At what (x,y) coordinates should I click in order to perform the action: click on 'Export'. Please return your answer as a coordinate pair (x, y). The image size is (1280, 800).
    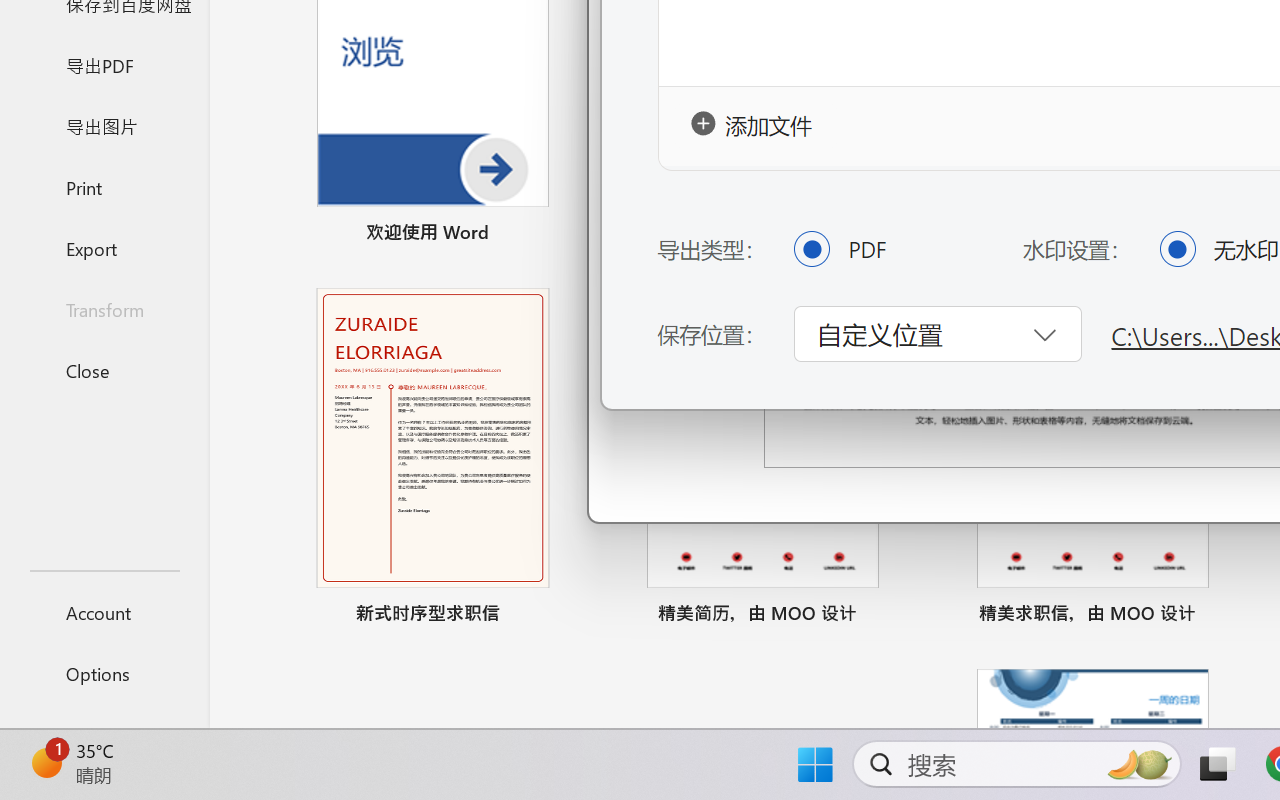
    Looking at the image, I should click on (103, 247).